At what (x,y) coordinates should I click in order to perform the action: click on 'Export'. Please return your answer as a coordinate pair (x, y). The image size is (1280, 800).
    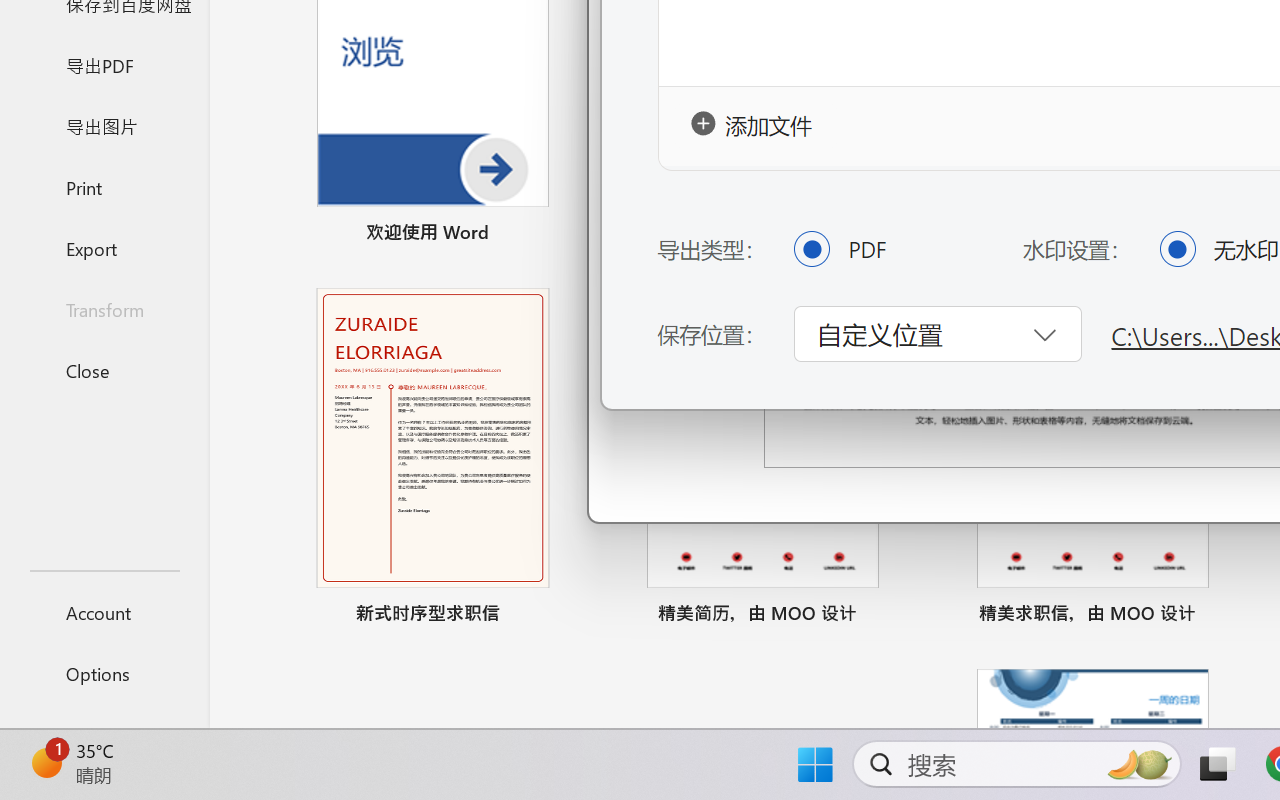
    Looking at the image, I should click on (103, 247).